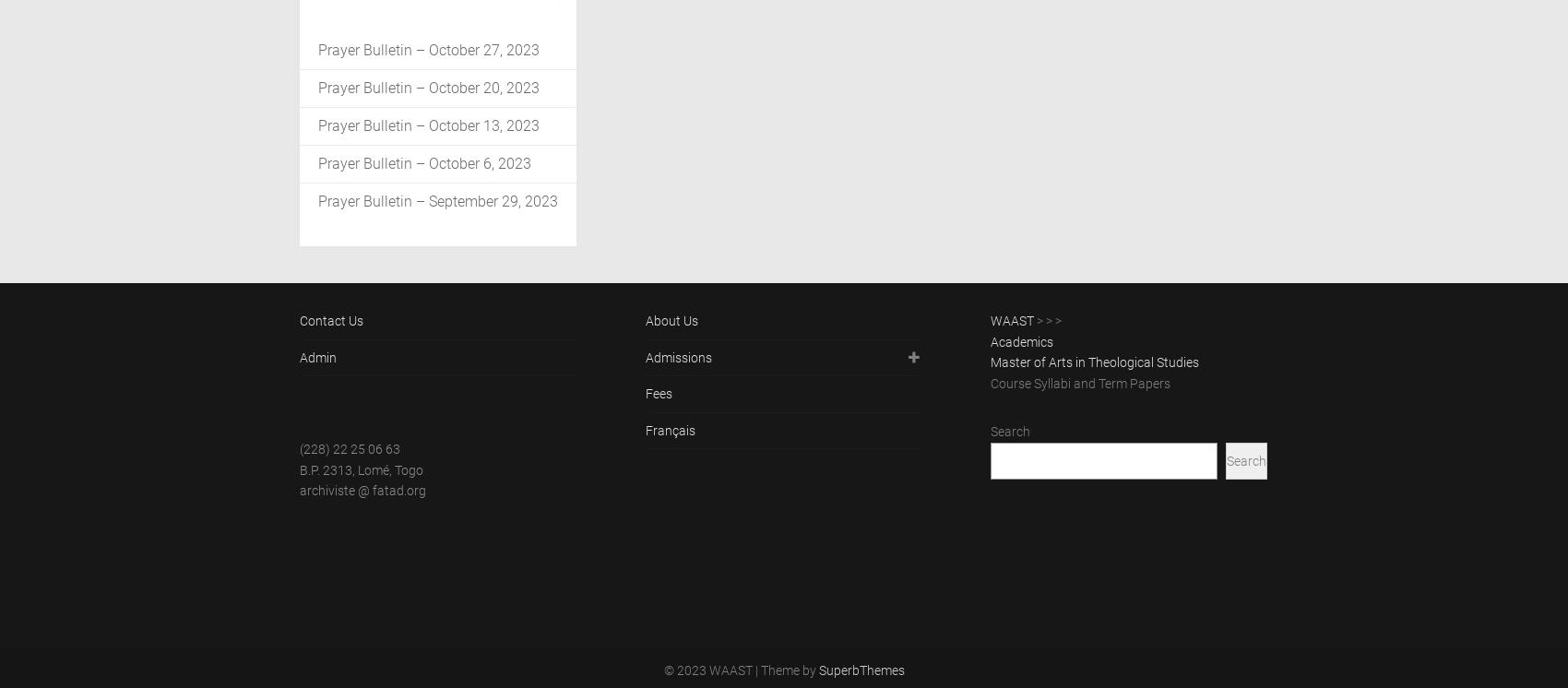  Describe the element at coordinates (678, 357) in the screenshot. I see `'Admissions'` at that location.